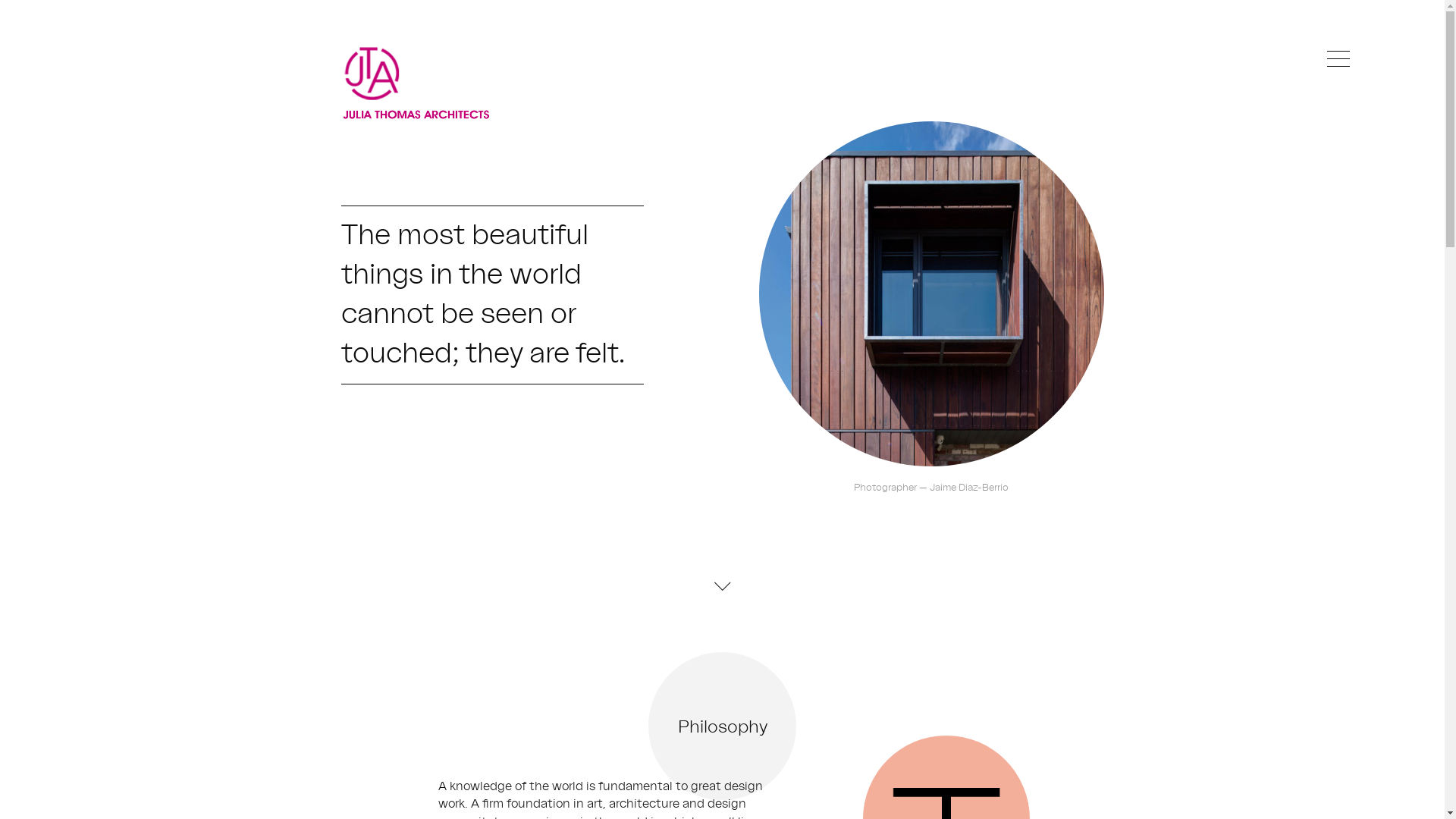  What do you see at coordinates (722, 584) in the screenshot?
I see `'Down'` at bounding box center [722, 584].